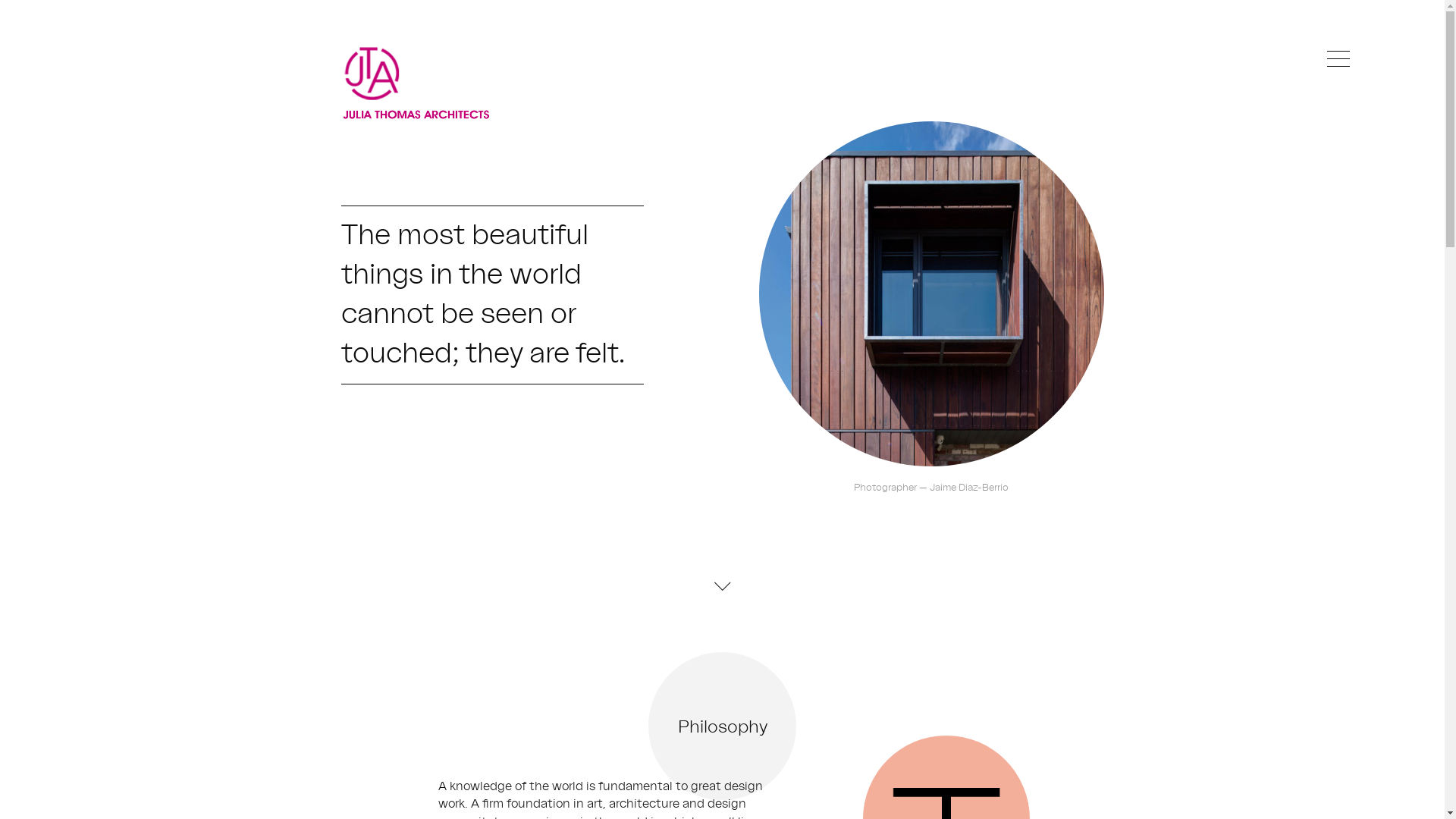  What do you see at coordinates (722, 584) in the screenshot?
I see `'Down'` at bounding box center [722, 584].